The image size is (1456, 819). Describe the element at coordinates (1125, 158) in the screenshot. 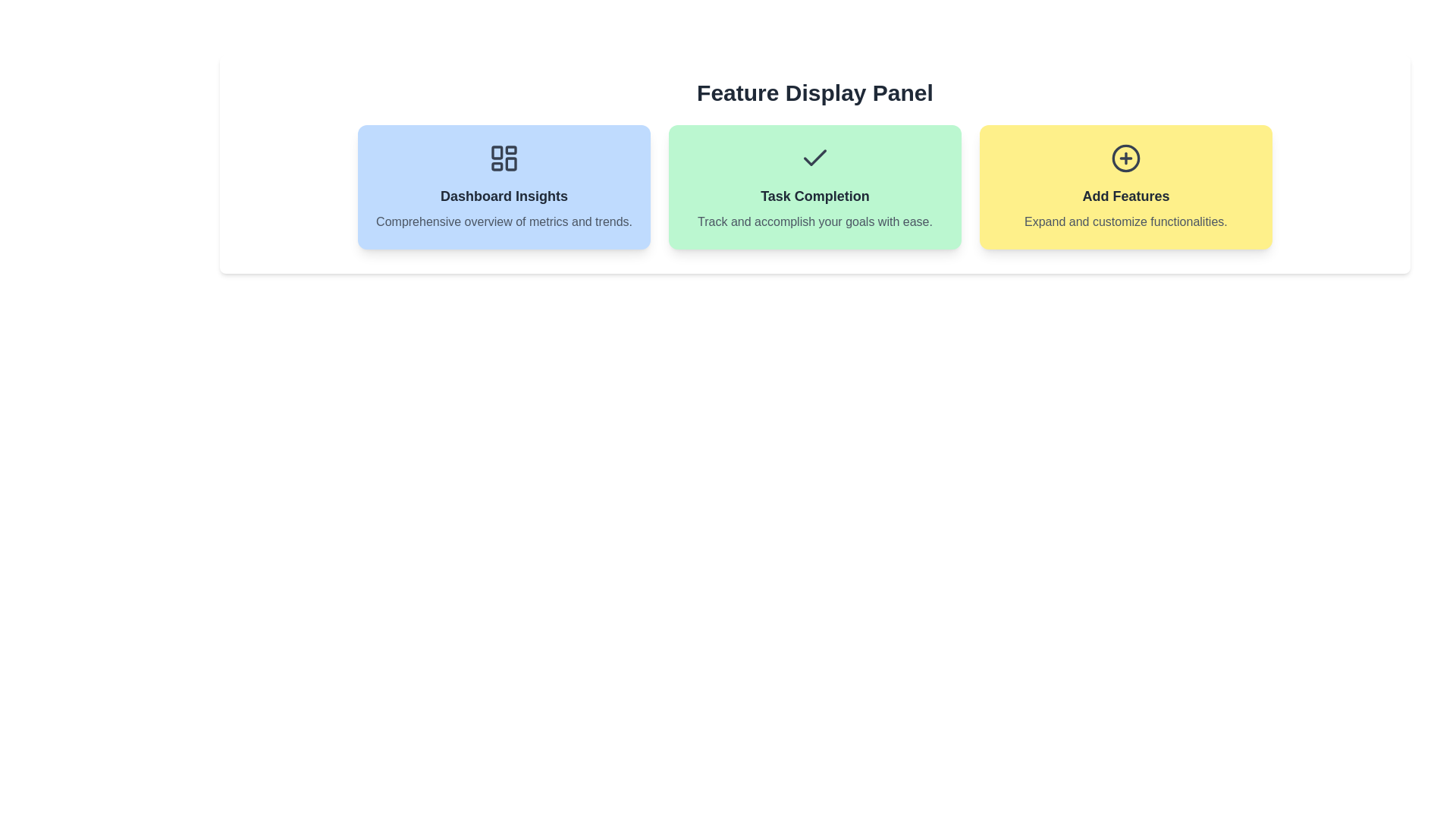

I see `the plus sign icon contained within a circle, which is located at the top-center of the rightmost card labeled 'Add Features'` at that location.